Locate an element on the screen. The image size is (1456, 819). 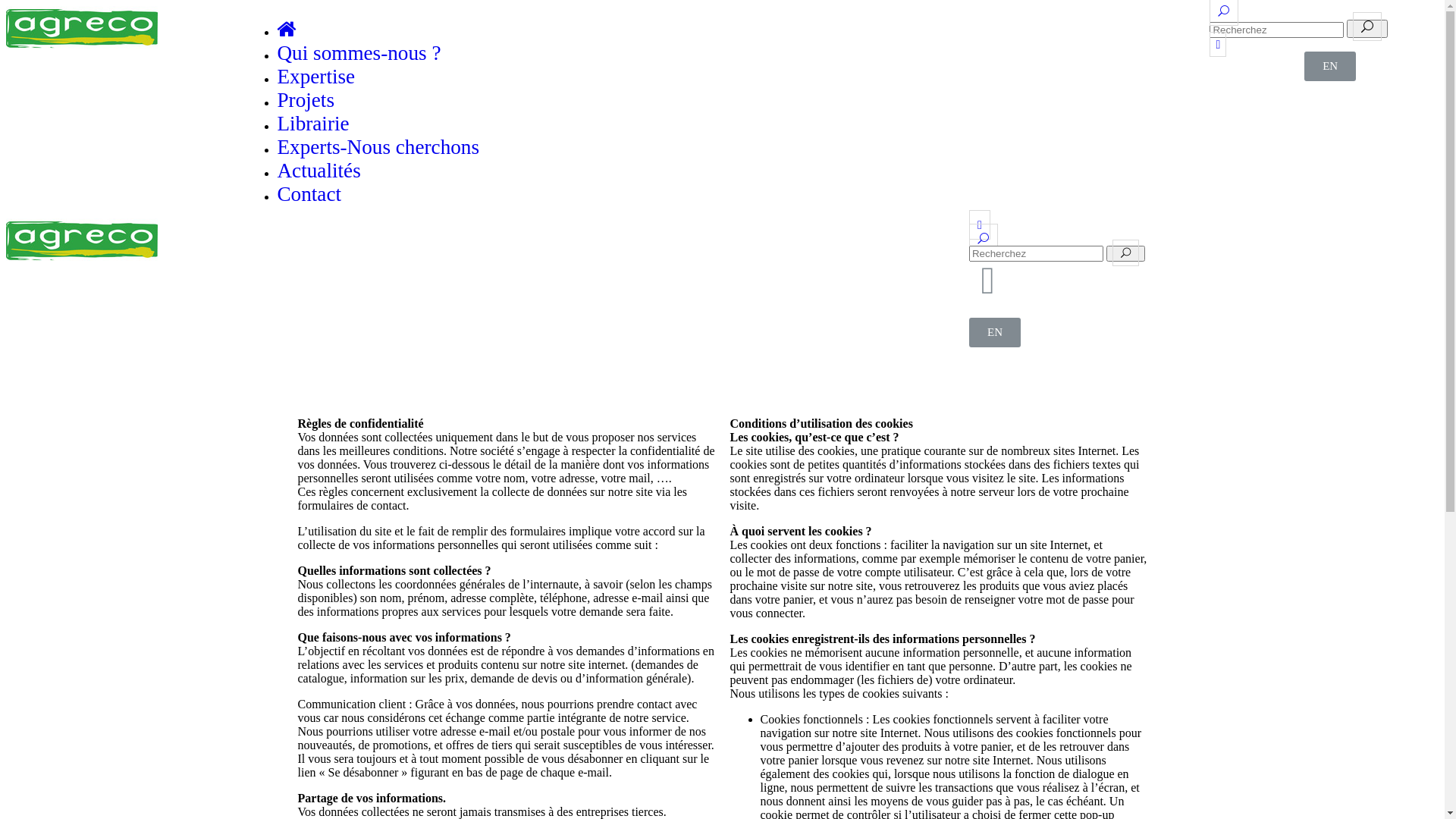
'Expertise' is located at coordinates (36, 240).